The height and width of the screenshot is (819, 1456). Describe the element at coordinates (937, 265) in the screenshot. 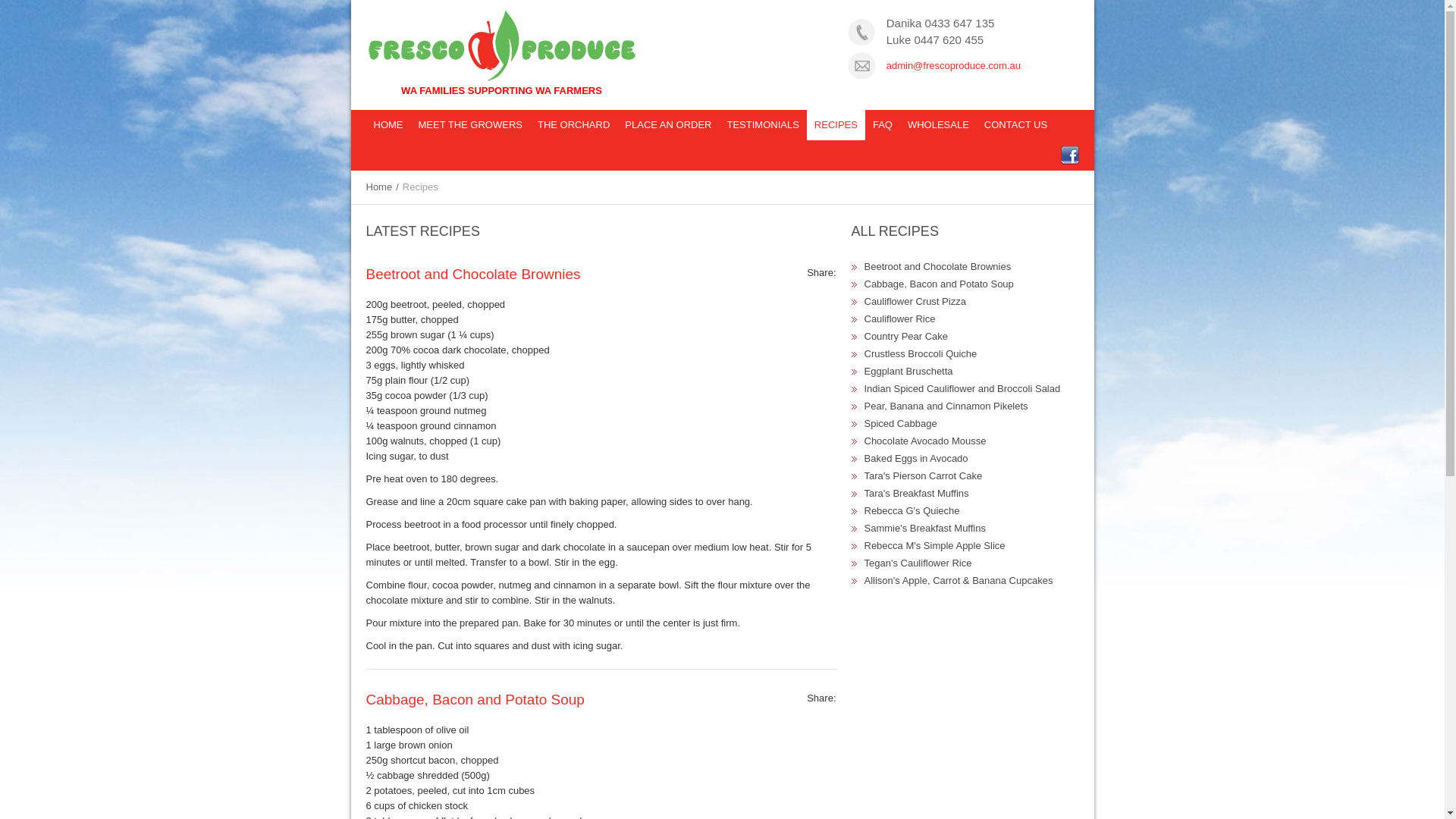

I see `'Beetroot and Chocolate Brownies'` at that location.